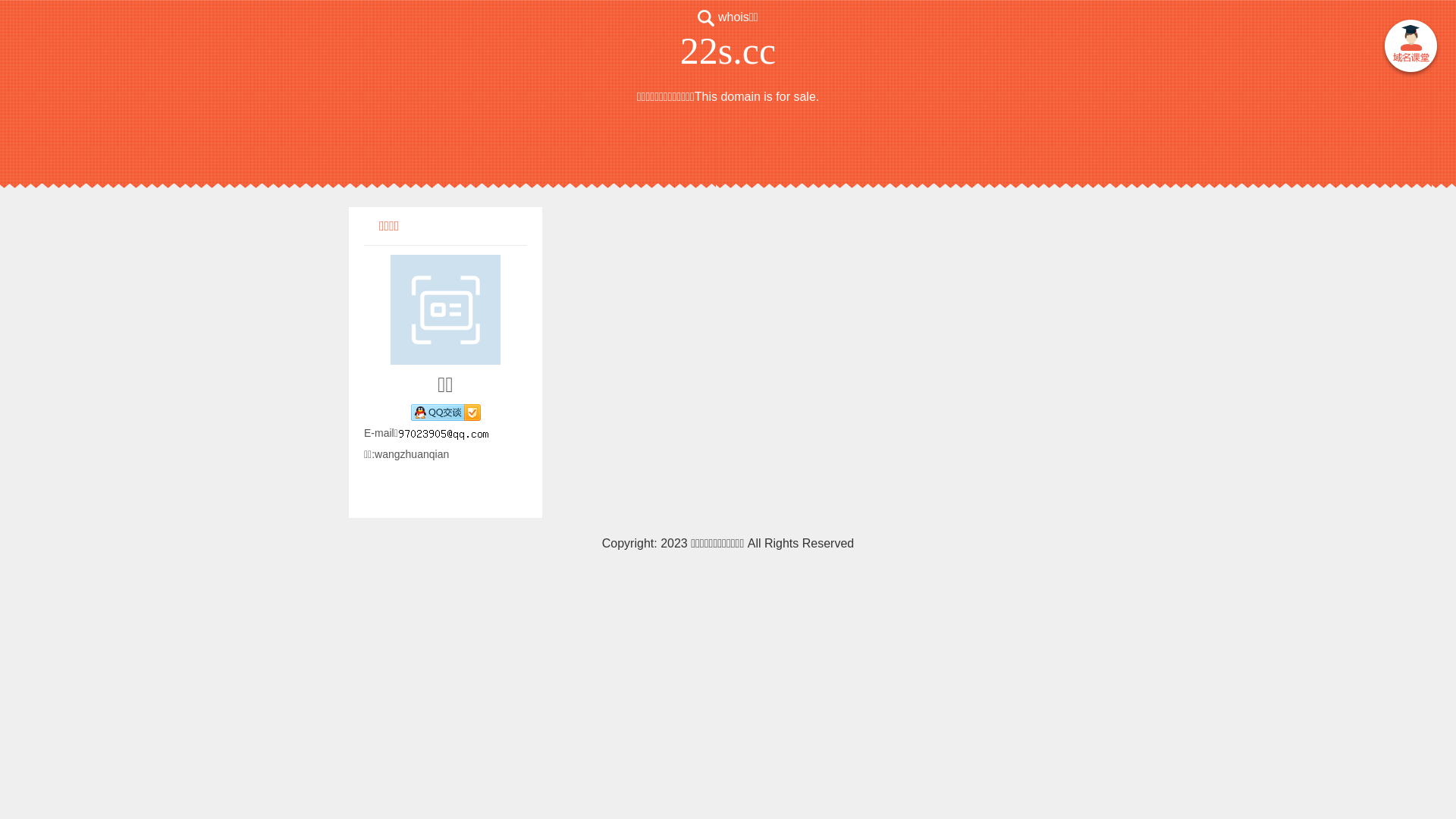 The image size is (1456, 819). Describe the element at coordinates (1410, 47) in the screenshot. I see `' '` at that location.